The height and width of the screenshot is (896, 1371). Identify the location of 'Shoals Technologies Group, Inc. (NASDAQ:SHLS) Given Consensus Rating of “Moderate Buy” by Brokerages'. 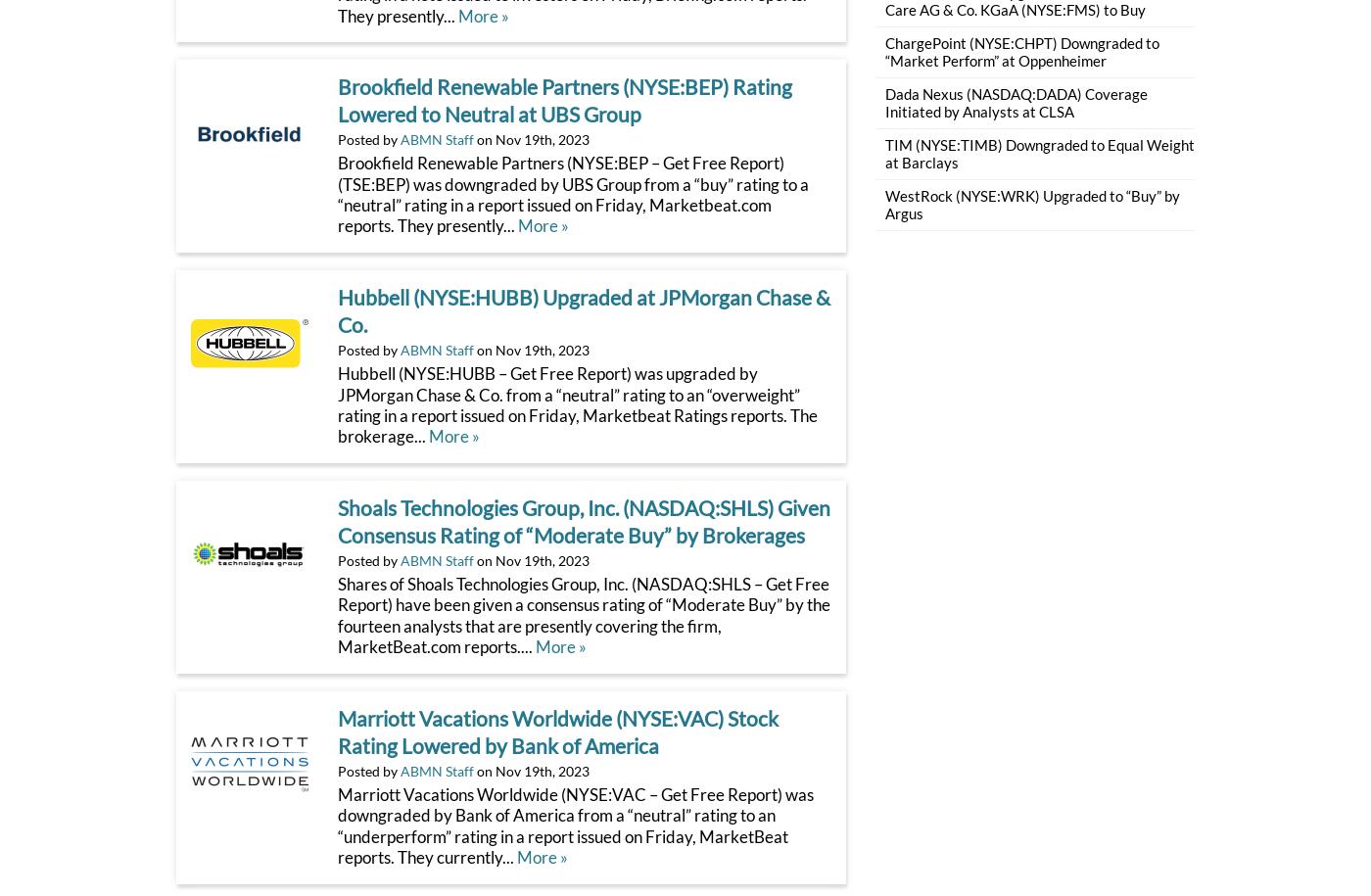
(337, 520).